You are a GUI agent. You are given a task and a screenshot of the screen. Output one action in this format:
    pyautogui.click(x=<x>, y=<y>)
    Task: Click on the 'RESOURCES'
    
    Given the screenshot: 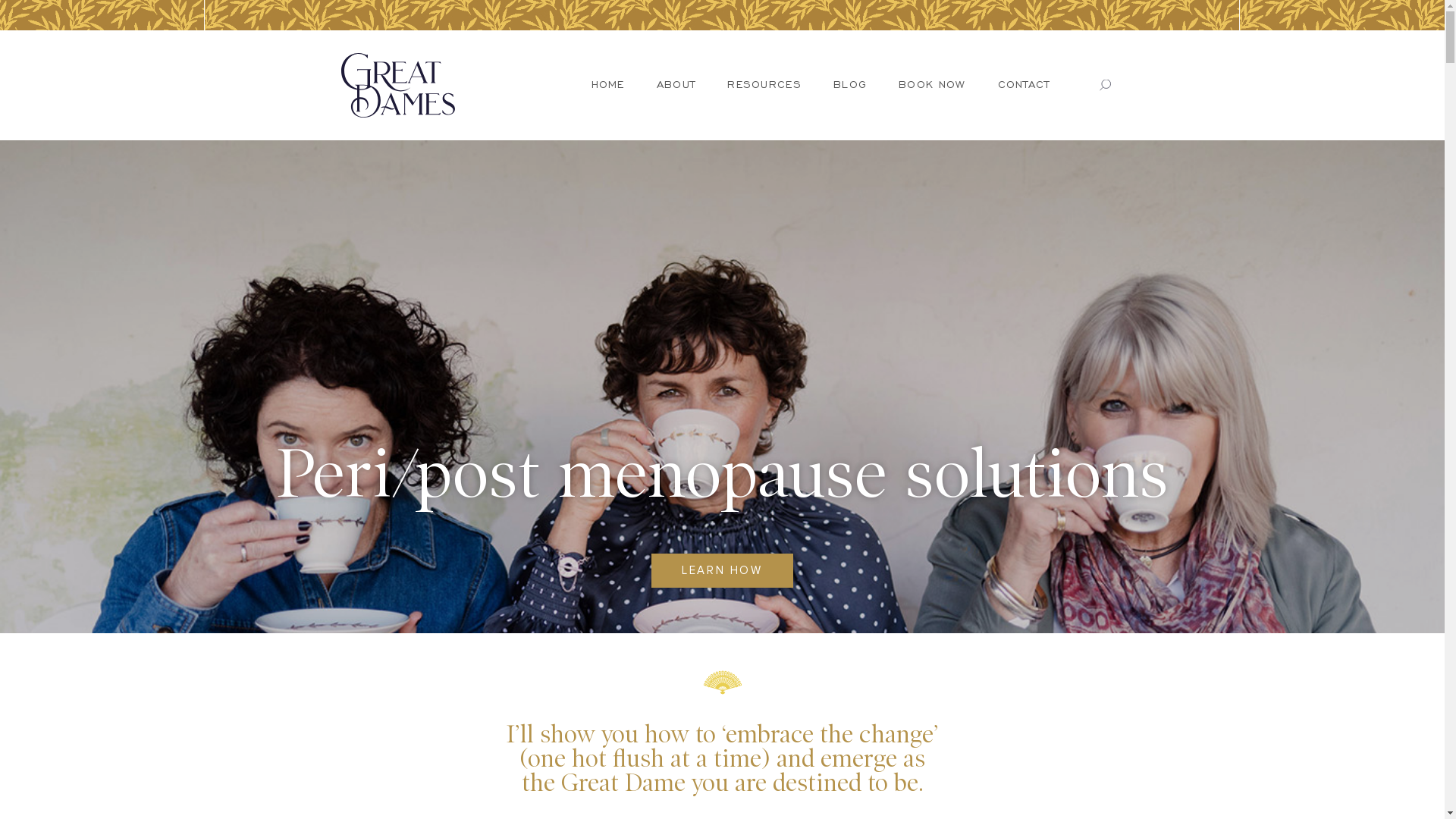 What is the action you would take?
    pyautogui.click(x=764, y=84)
    